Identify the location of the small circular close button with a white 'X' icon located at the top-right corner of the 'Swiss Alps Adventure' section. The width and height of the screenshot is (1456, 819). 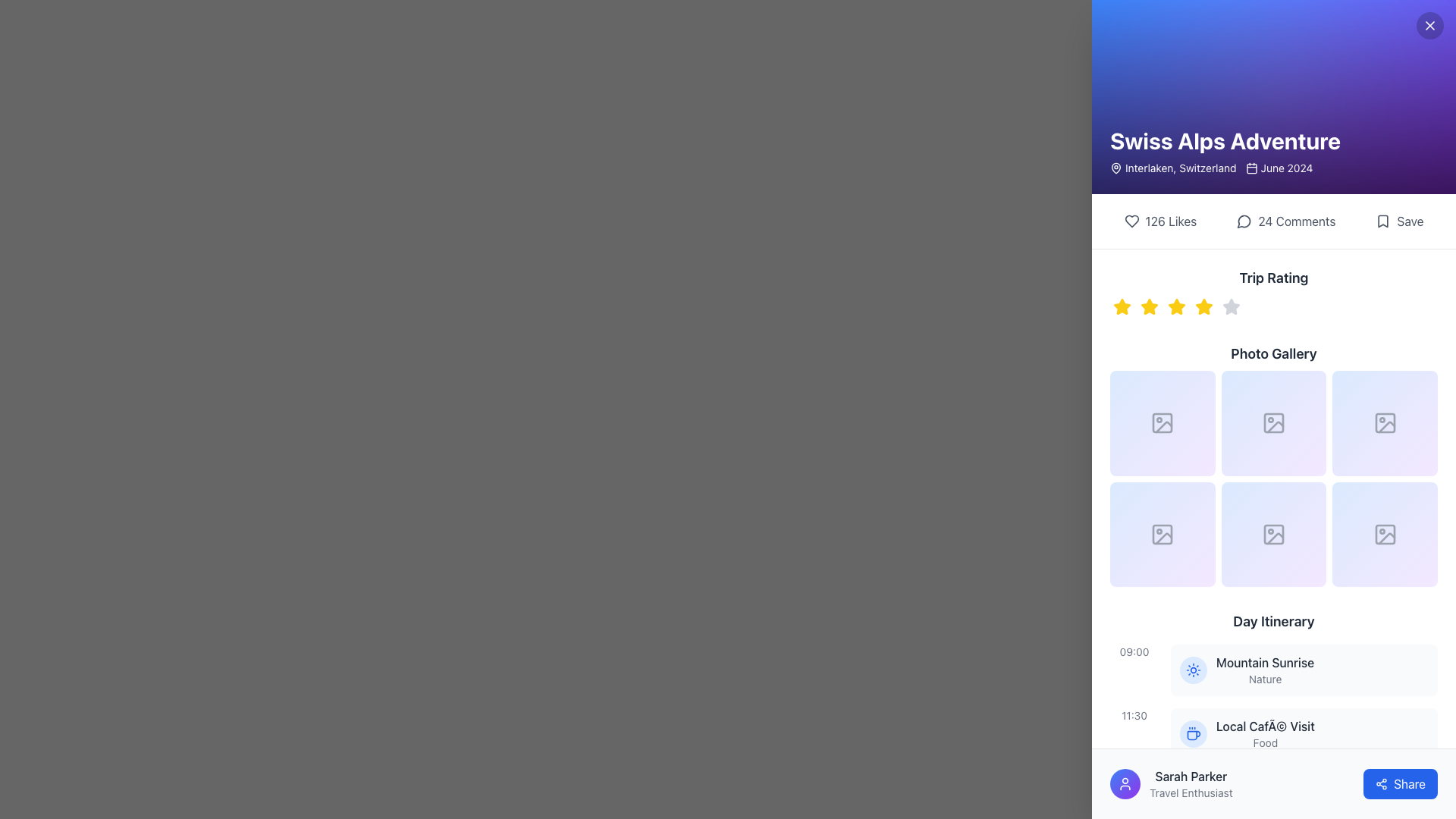
(1429, 26).